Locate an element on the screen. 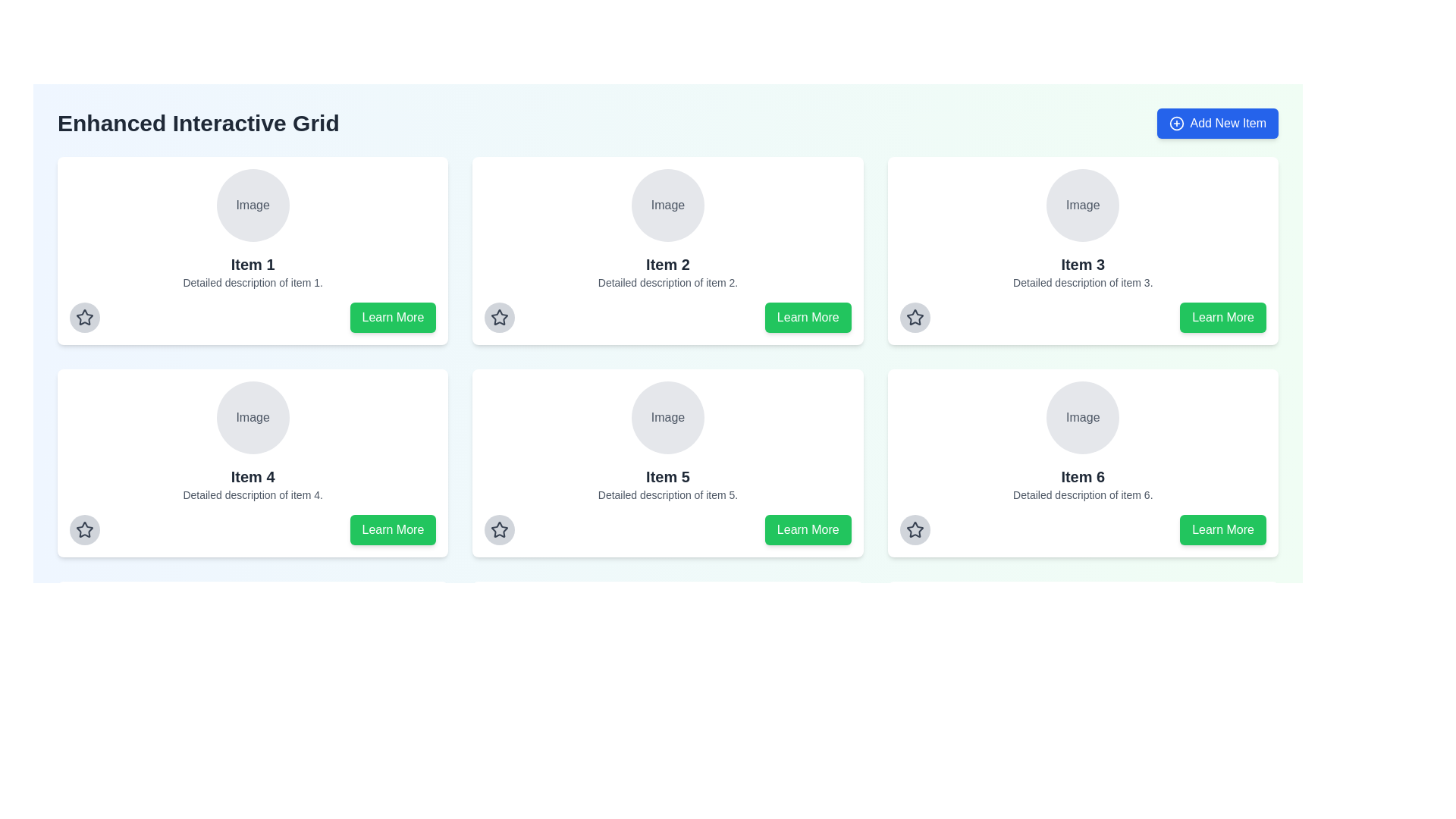  the card interface located in the first row and third column of the grid layout is located at coordinates (1082, 250).